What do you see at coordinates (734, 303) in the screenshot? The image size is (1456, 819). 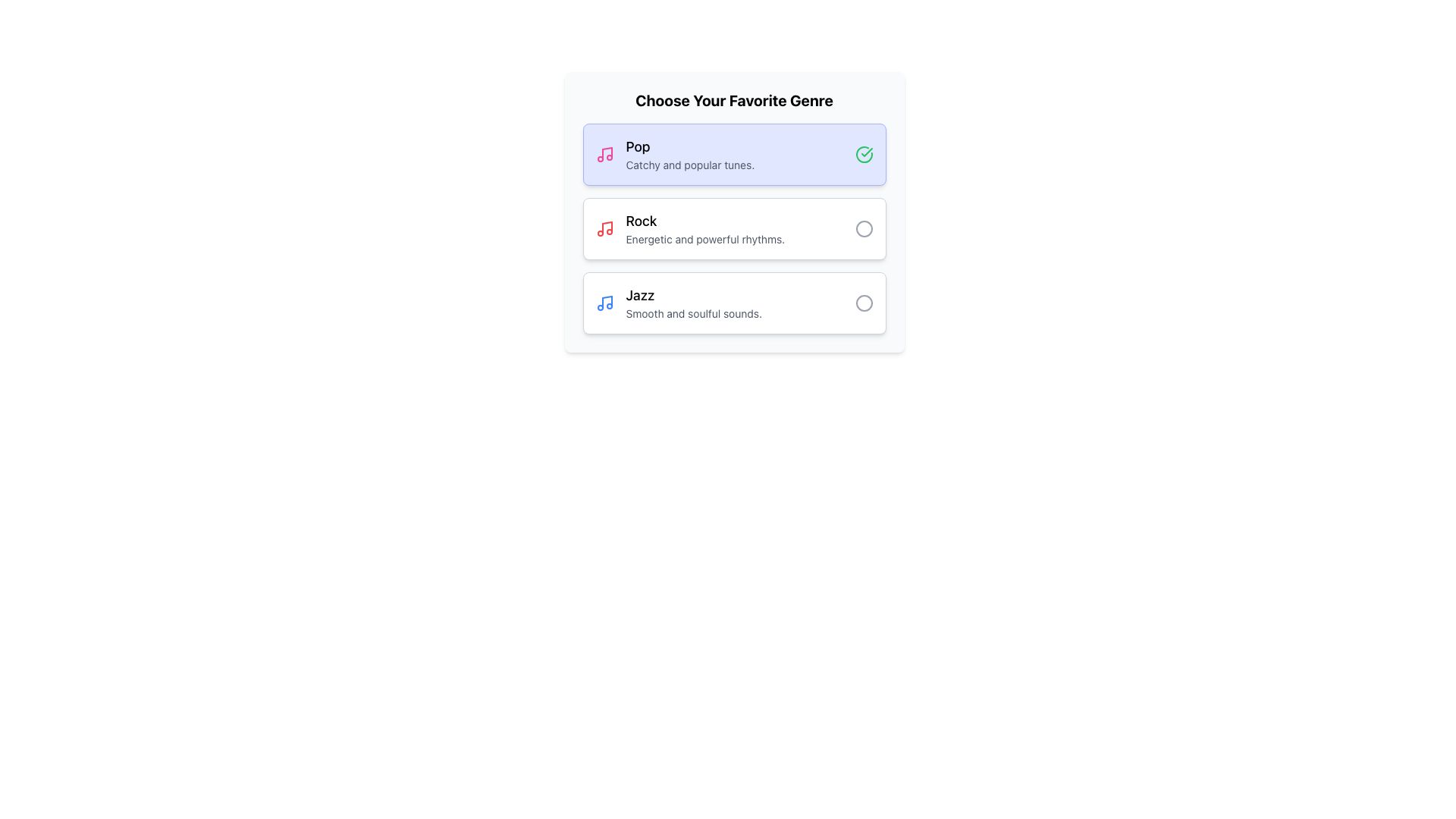 I see `the radio button on the selectable card for the 'Jazz' genre, which is the third card in a vertical list of genre selection cards` at bounding box center [734, 303].